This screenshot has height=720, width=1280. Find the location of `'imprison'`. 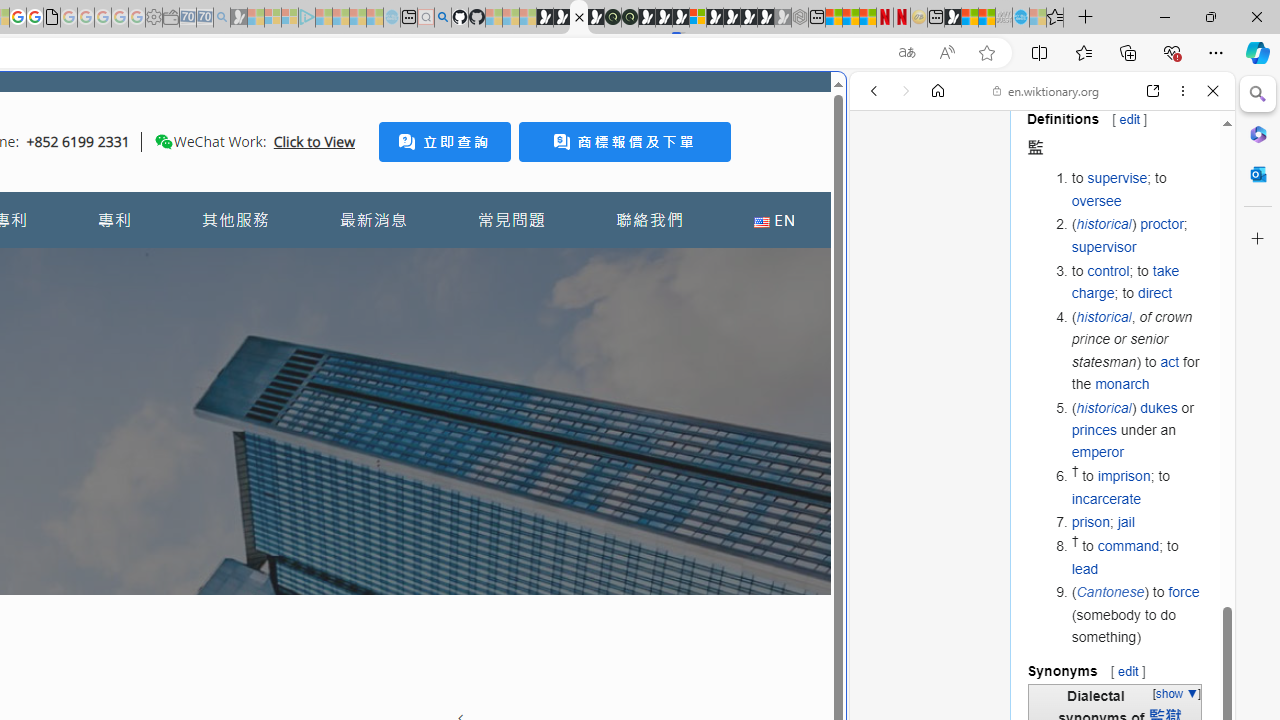

'imprison' is located at coordinates (1123, 476).